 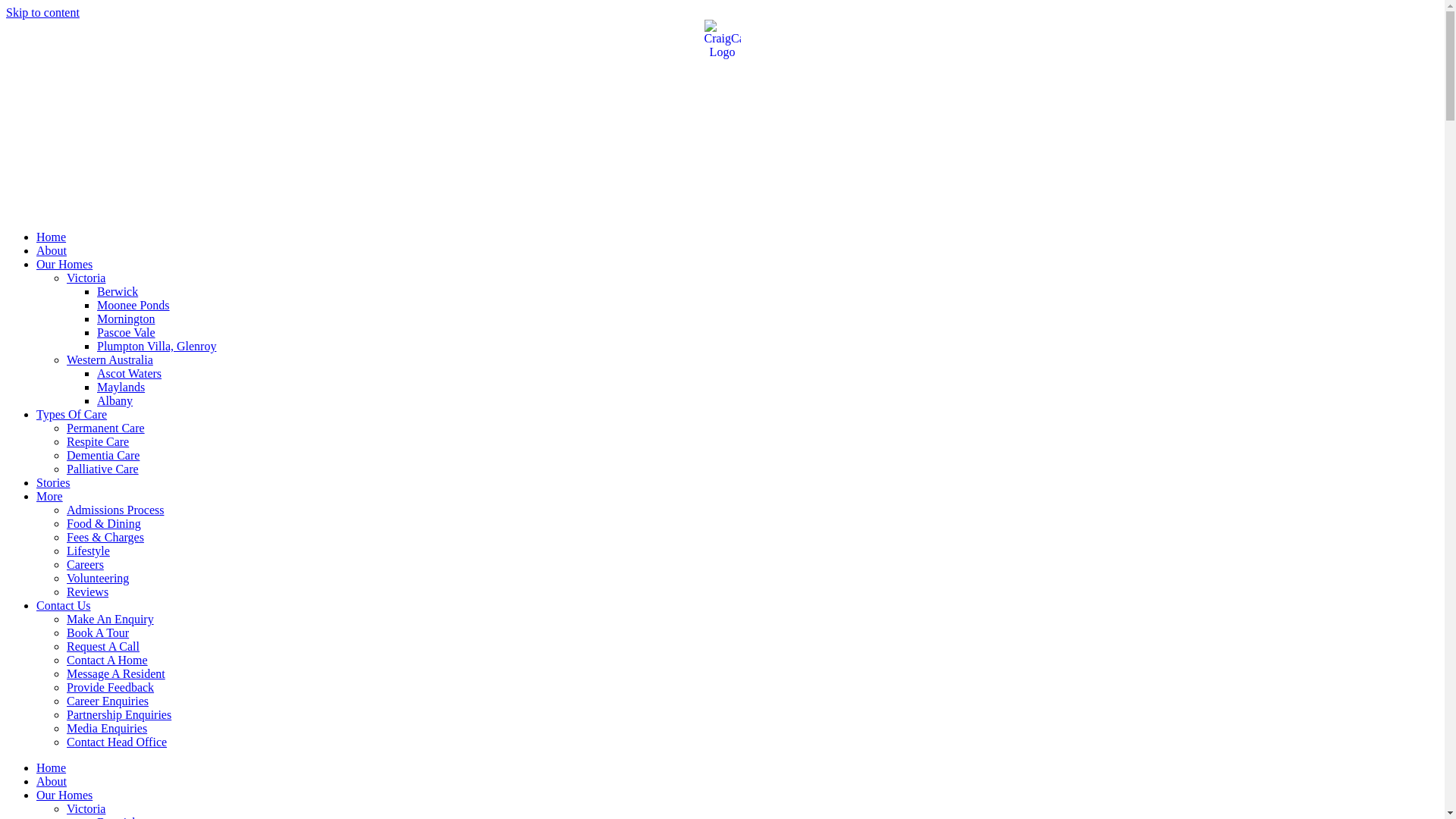 What do you see at coordinates (85, 808) in the screenshot?
I see `'Victoria'` at bounding box center [85, 808].